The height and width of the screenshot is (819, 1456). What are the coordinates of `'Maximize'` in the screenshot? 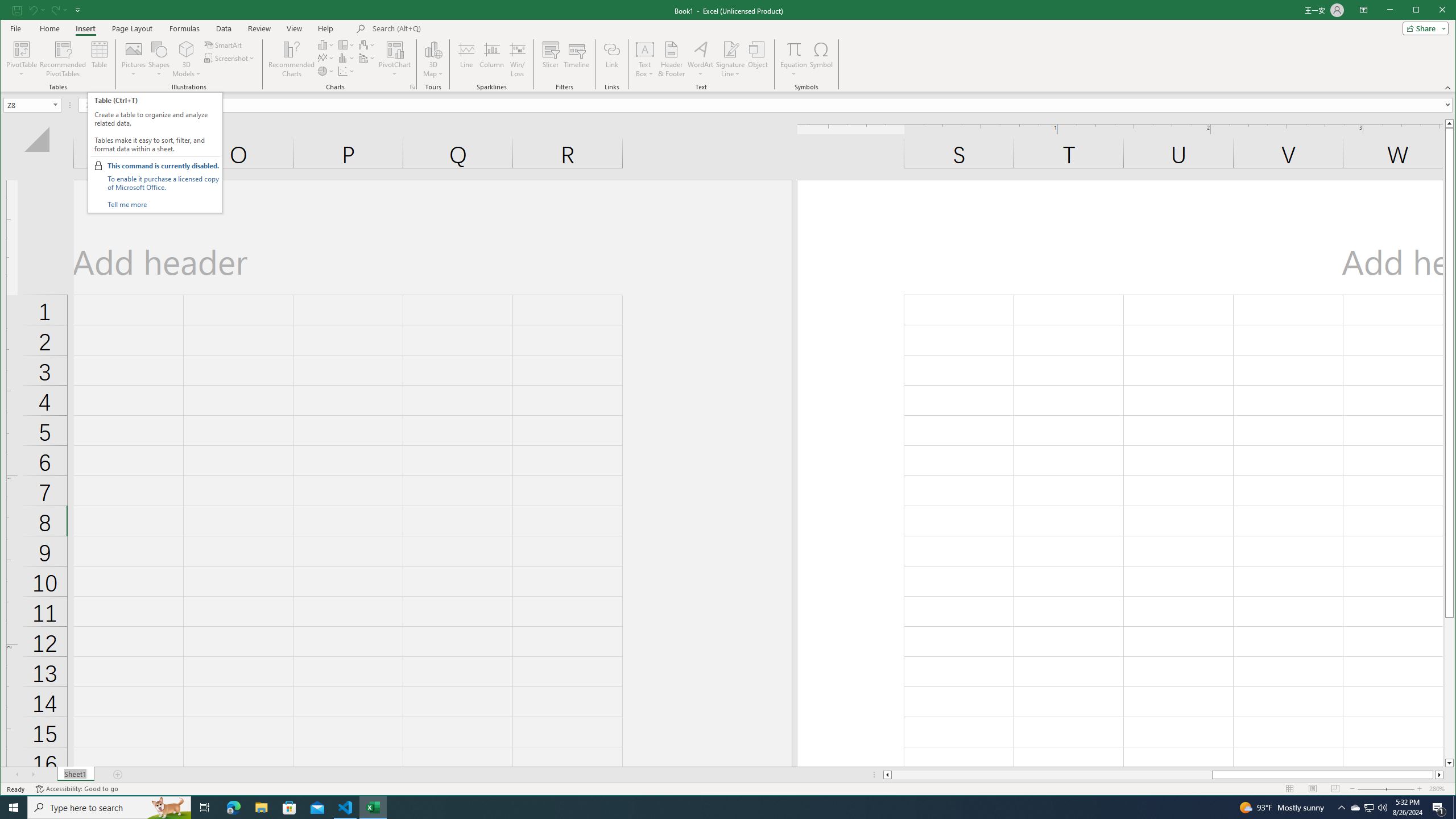 It's located at (1433, 11).